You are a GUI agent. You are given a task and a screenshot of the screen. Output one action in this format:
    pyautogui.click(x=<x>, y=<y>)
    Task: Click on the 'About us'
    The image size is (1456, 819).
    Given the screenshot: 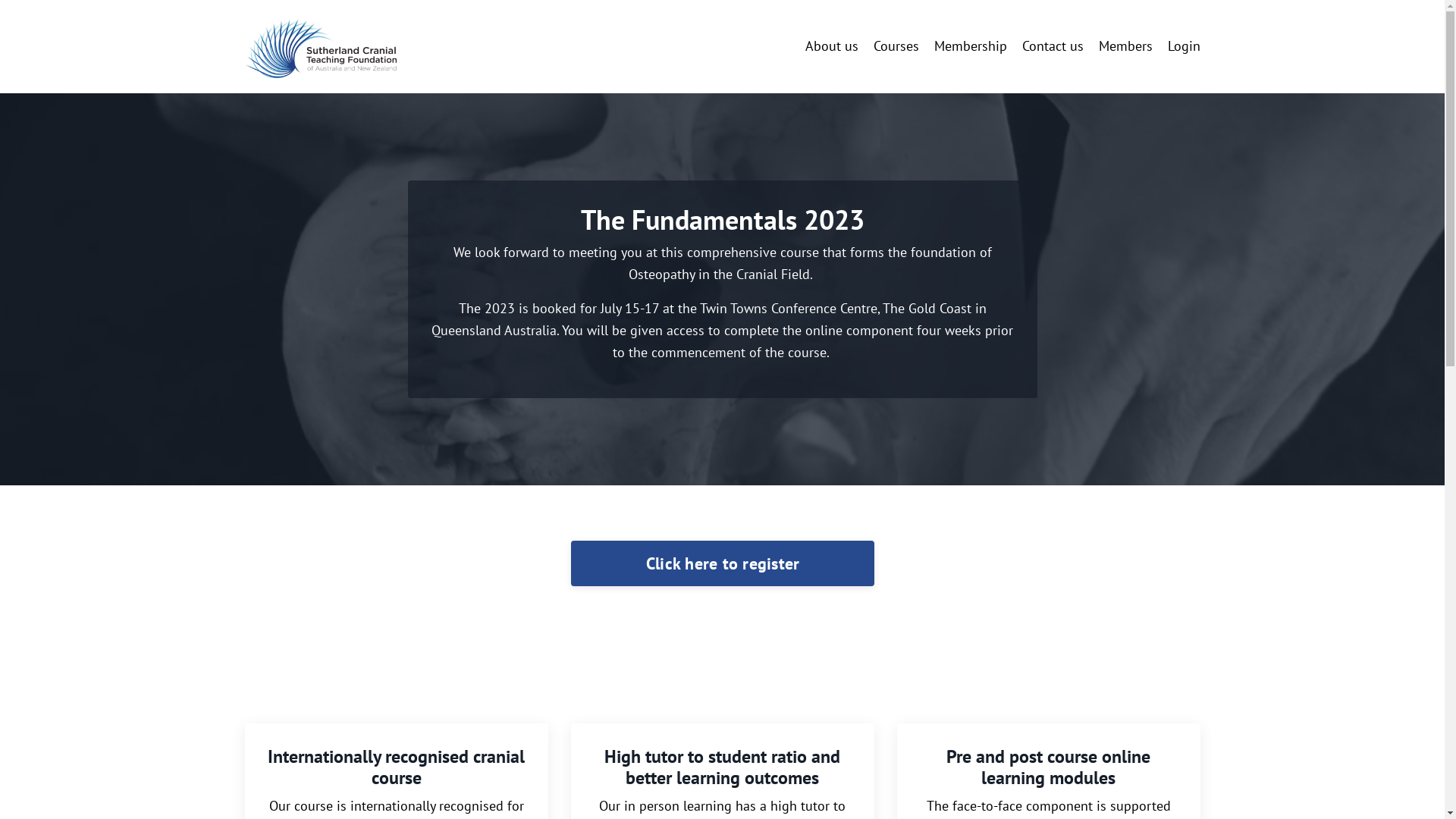 What is the action you would take?
    pyautogui.click(x=831, y=45)
    